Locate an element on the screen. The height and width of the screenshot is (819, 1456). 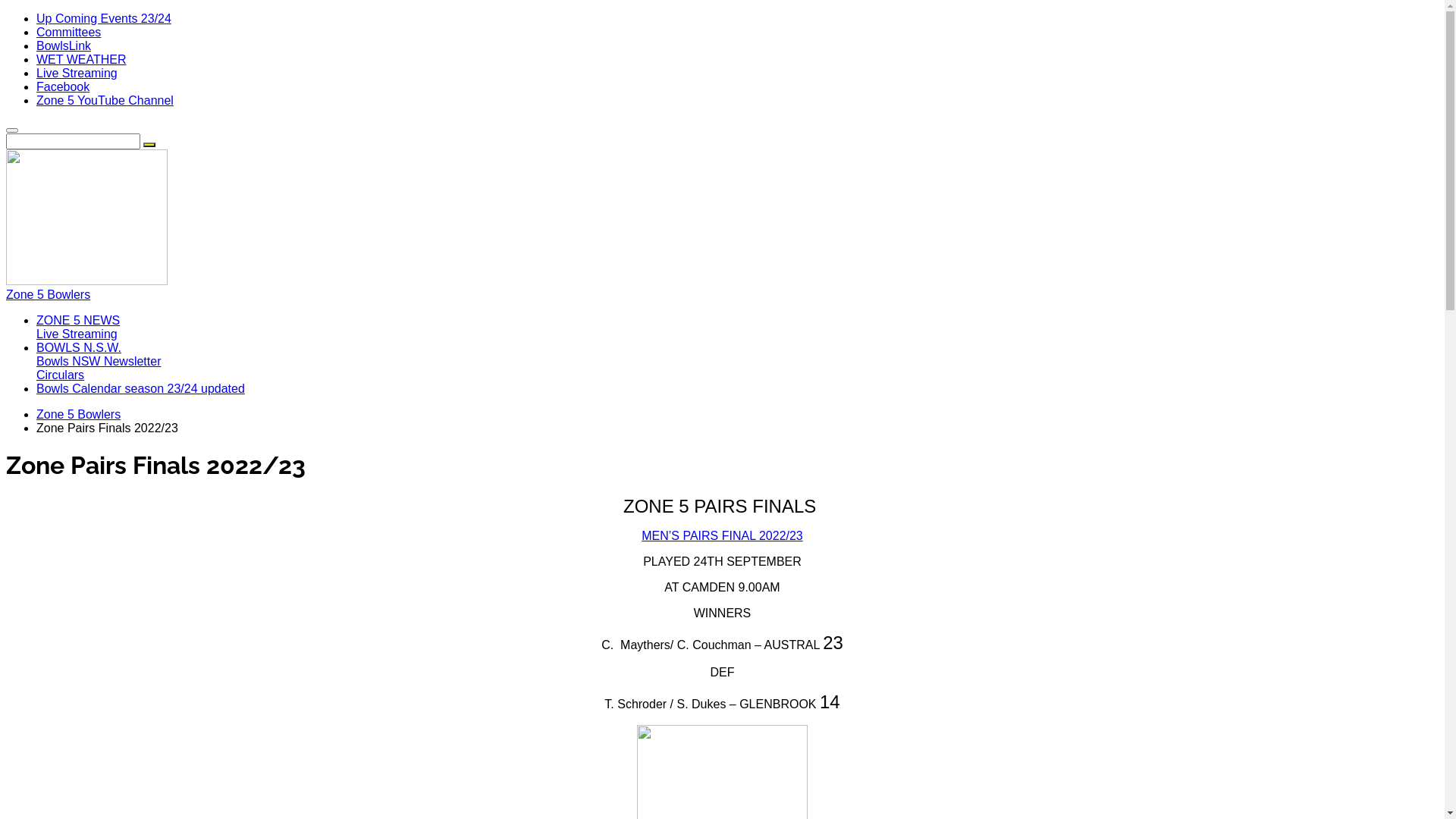
'ZONE 5 NEWS' is located at coordinates (77, 319).